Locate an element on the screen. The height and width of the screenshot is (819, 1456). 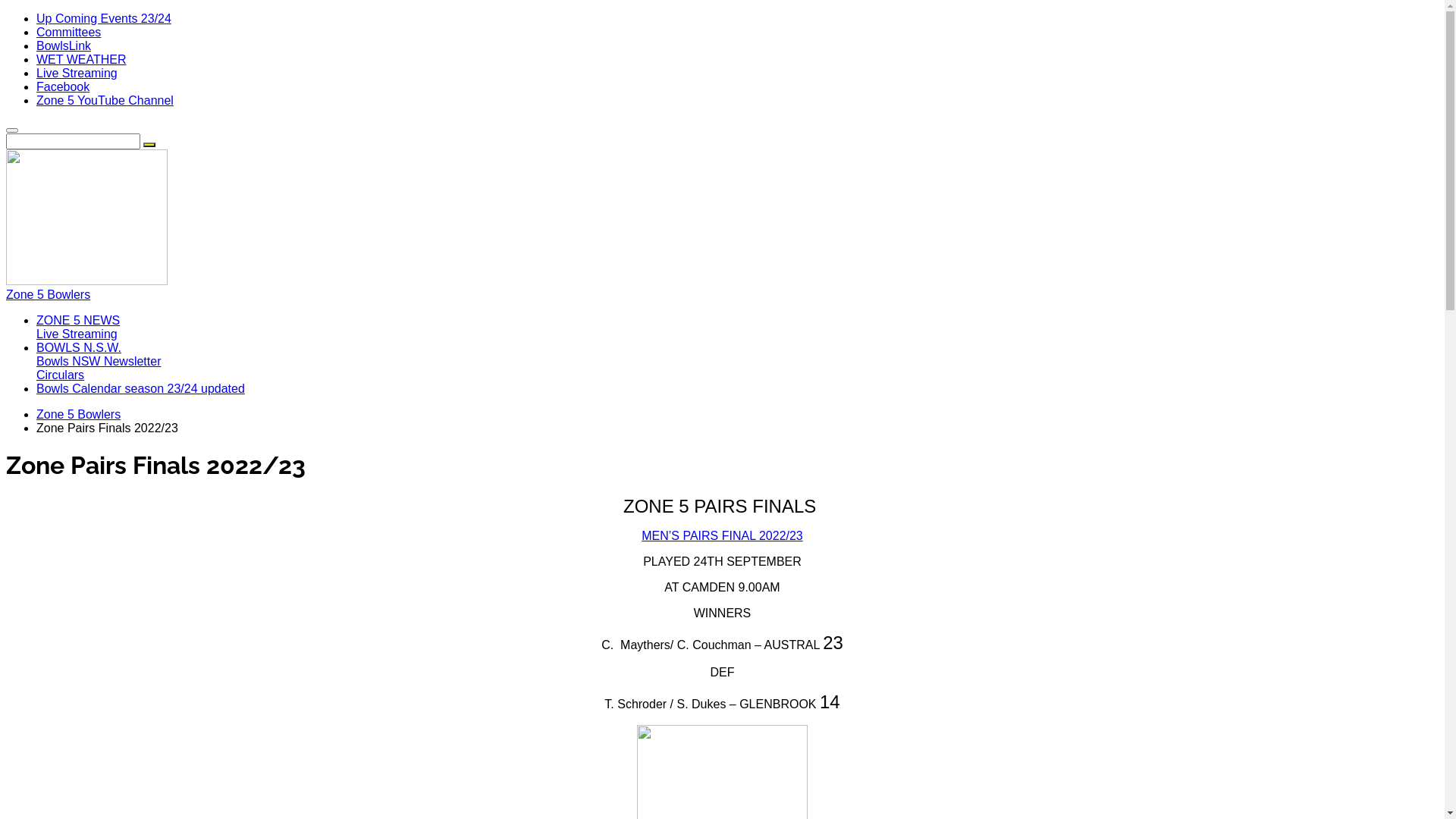
'ZONE 5 NEWS' is located at coordinates (77, 319).